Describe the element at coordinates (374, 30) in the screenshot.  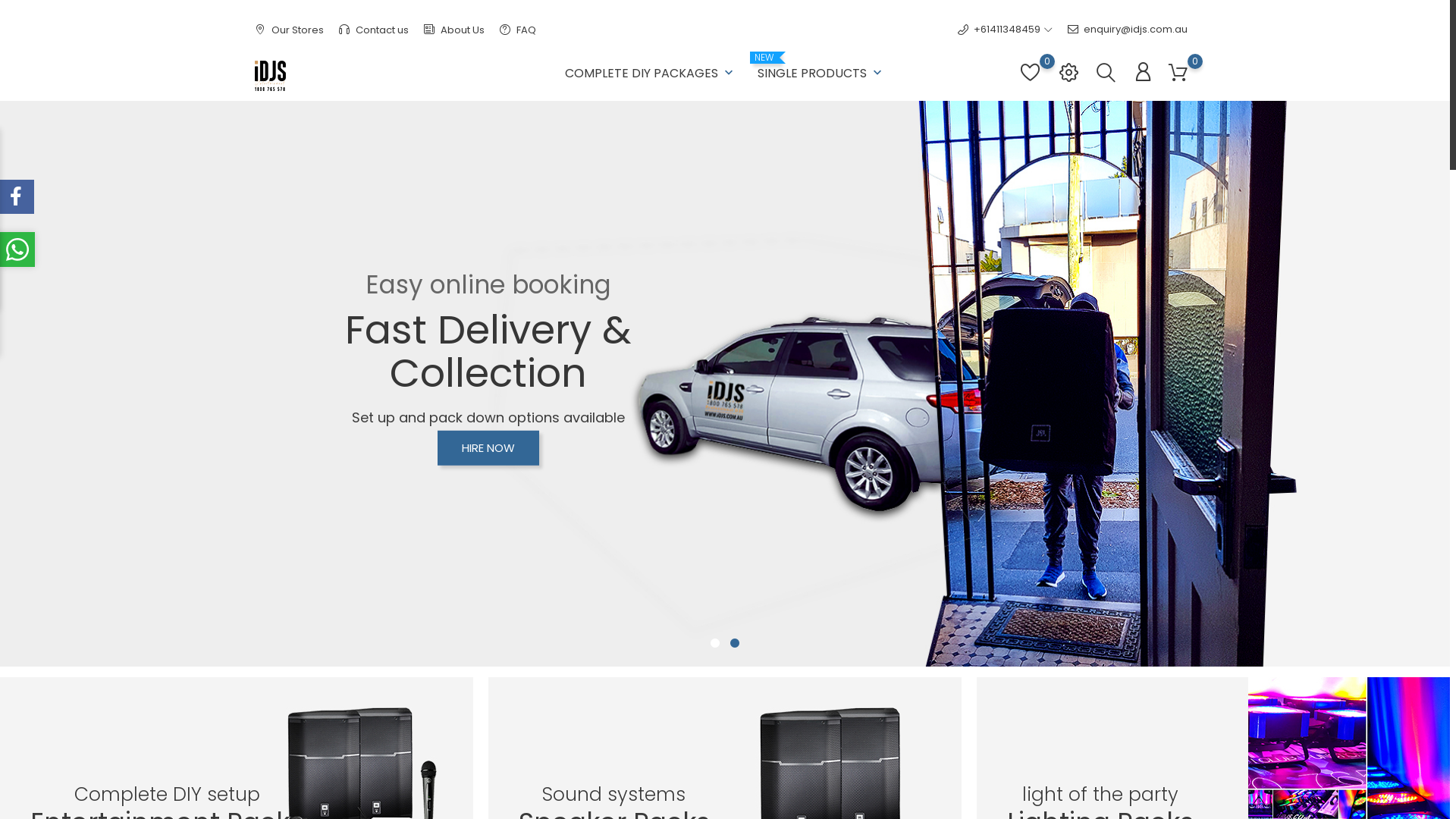
I see `'Contact us'` at that location.